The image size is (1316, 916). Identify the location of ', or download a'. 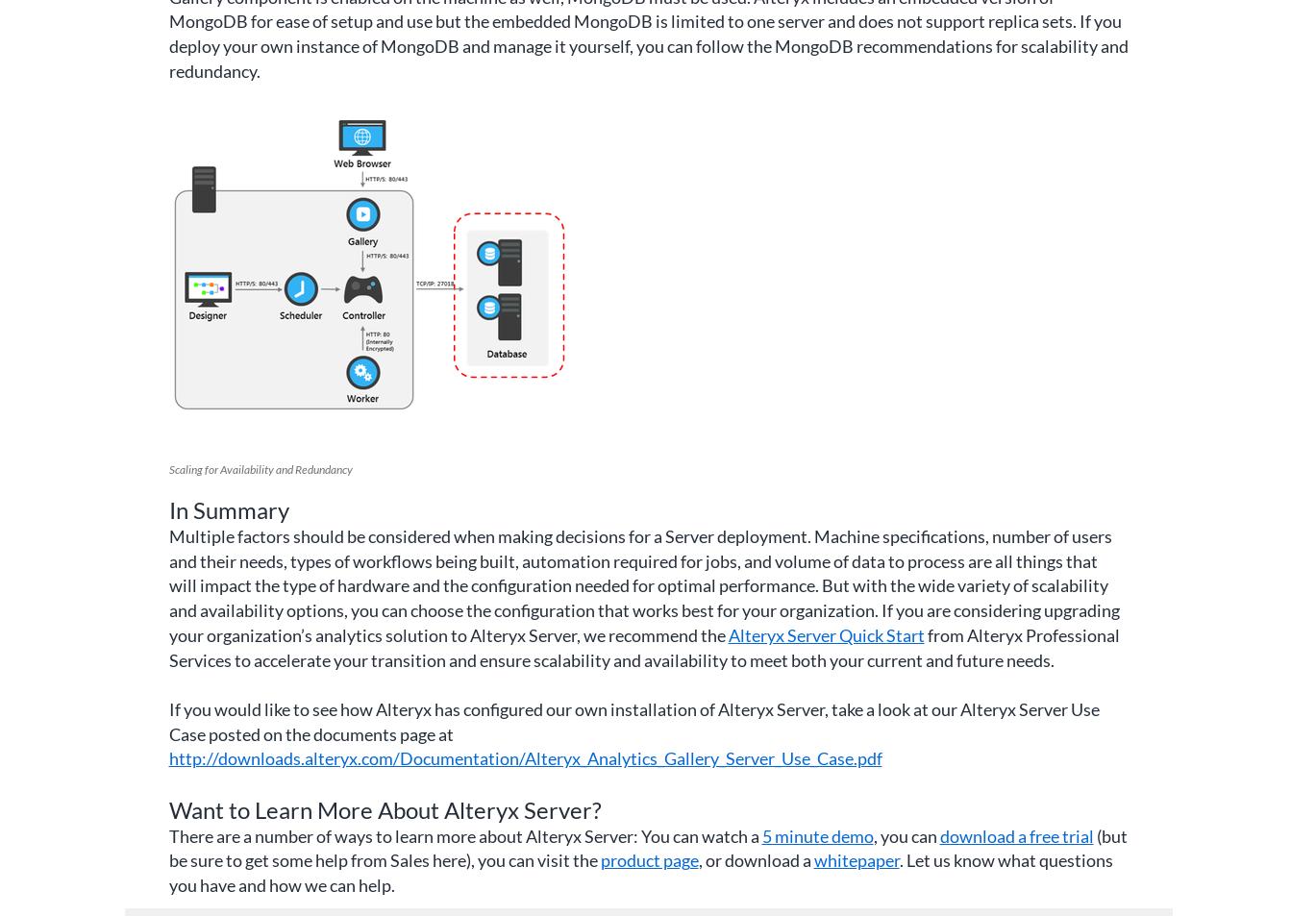
(696, 859).